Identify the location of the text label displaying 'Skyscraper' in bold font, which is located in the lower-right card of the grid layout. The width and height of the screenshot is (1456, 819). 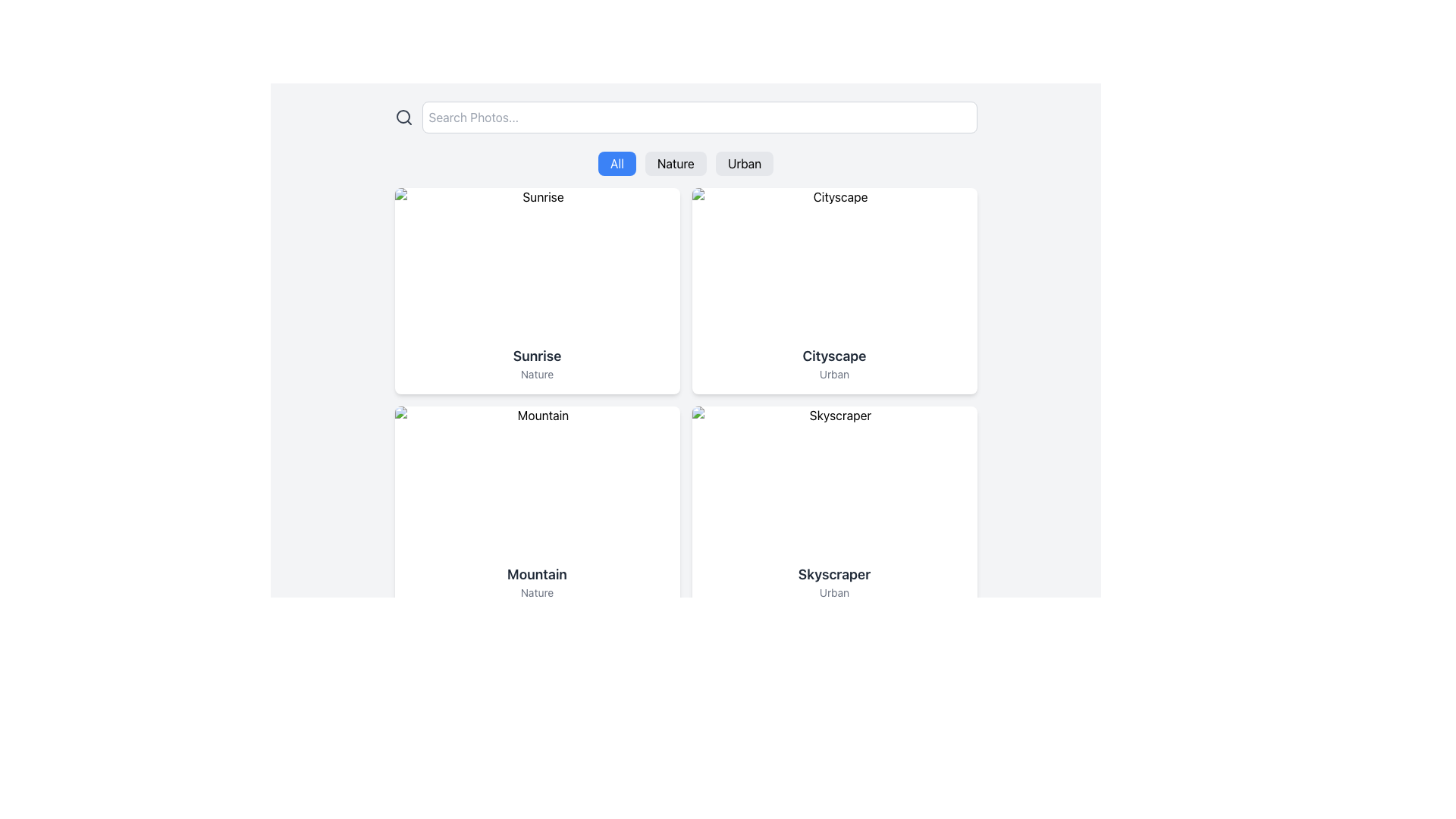
(833, 575).